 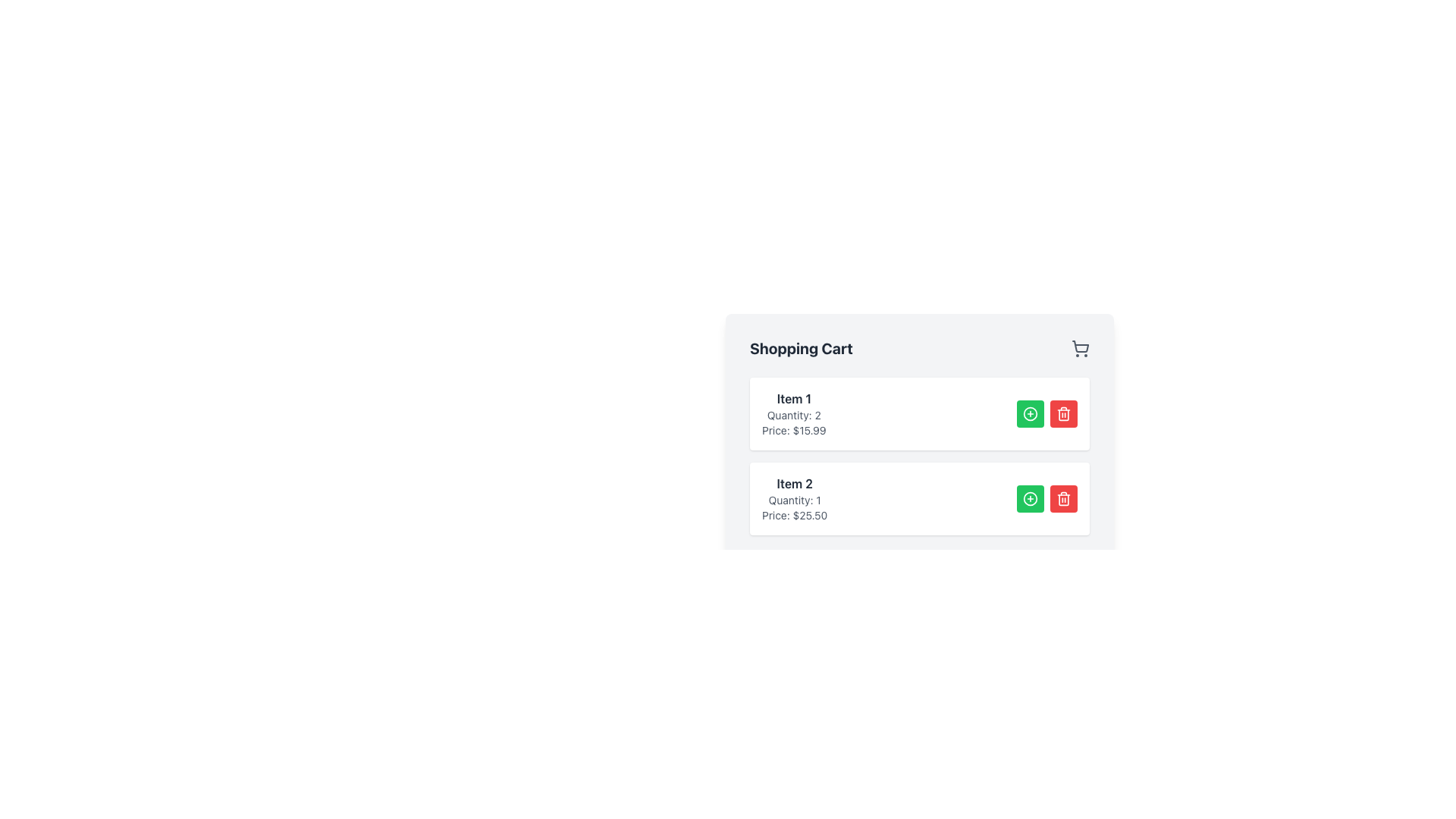 I want to click on the text that denotes the name of the second item in the shopping cart, which is located above the 'Quantity: 1' and 'Price: $25.50' texts, so click(x=794, y=483).